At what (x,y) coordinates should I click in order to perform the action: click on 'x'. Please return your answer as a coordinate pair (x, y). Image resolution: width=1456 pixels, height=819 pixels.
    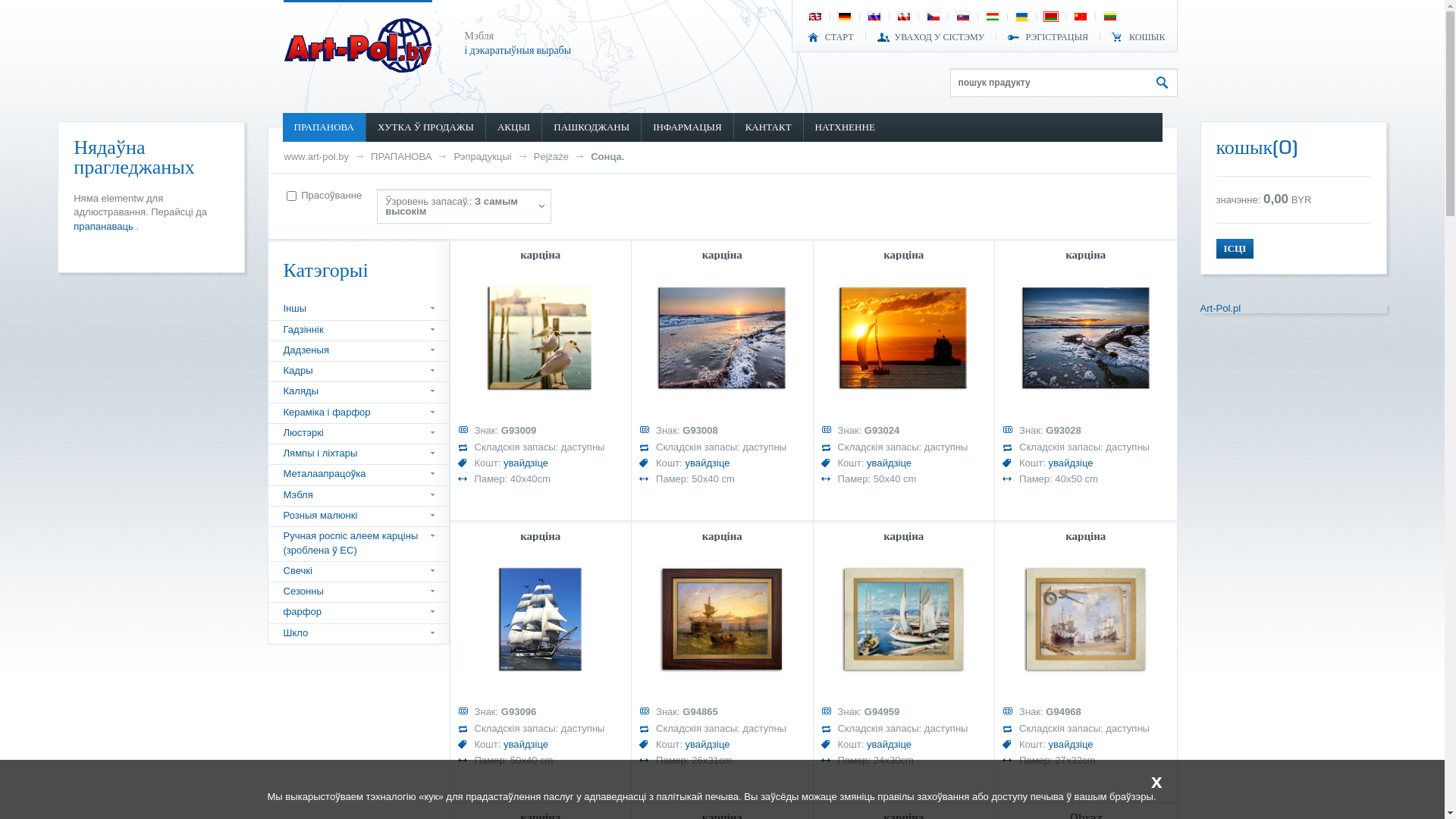
    Looking at the image, I should click on (1143, 780).